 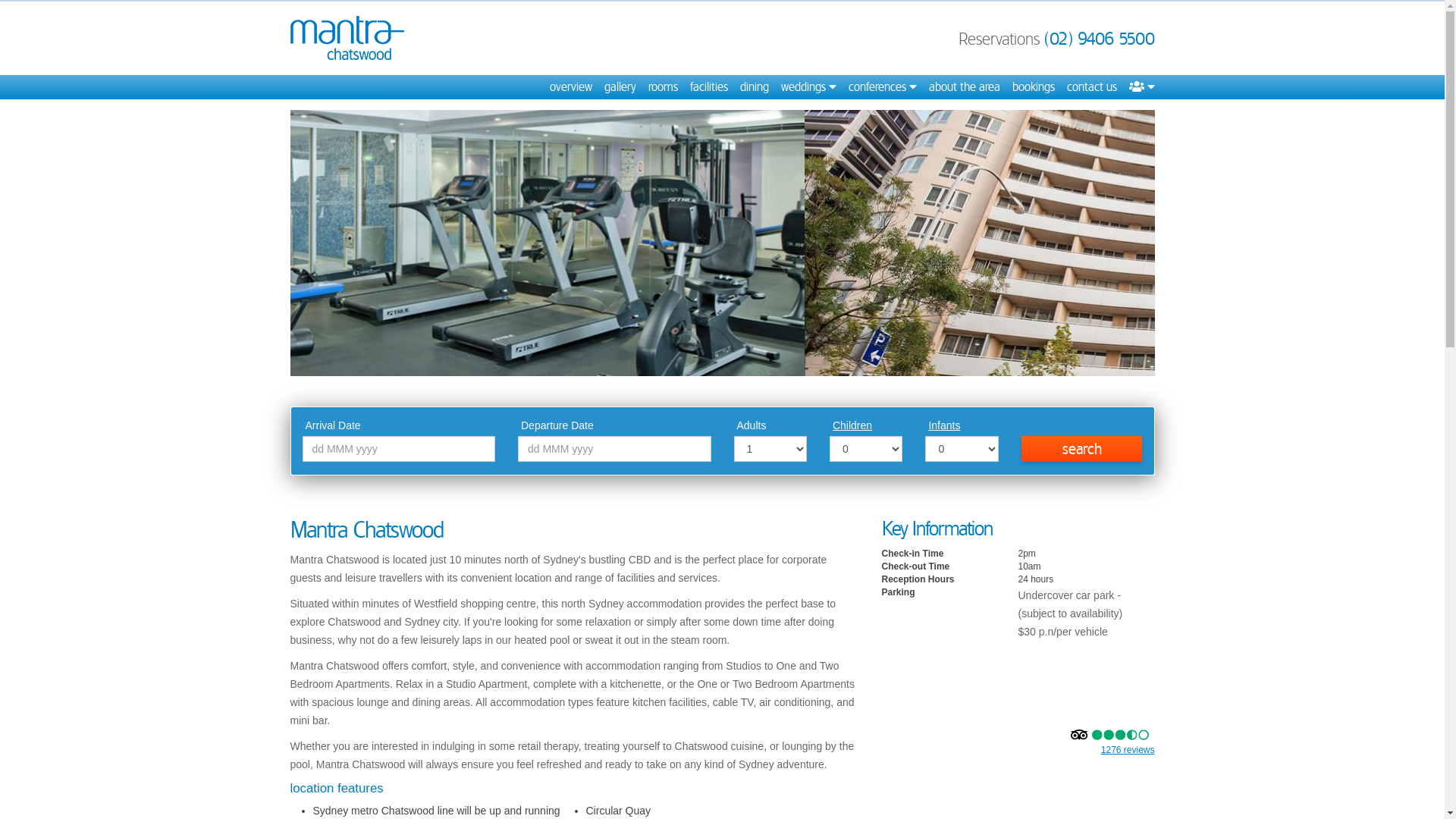 I want to click on 'weddings', so click(x=808, y=87).